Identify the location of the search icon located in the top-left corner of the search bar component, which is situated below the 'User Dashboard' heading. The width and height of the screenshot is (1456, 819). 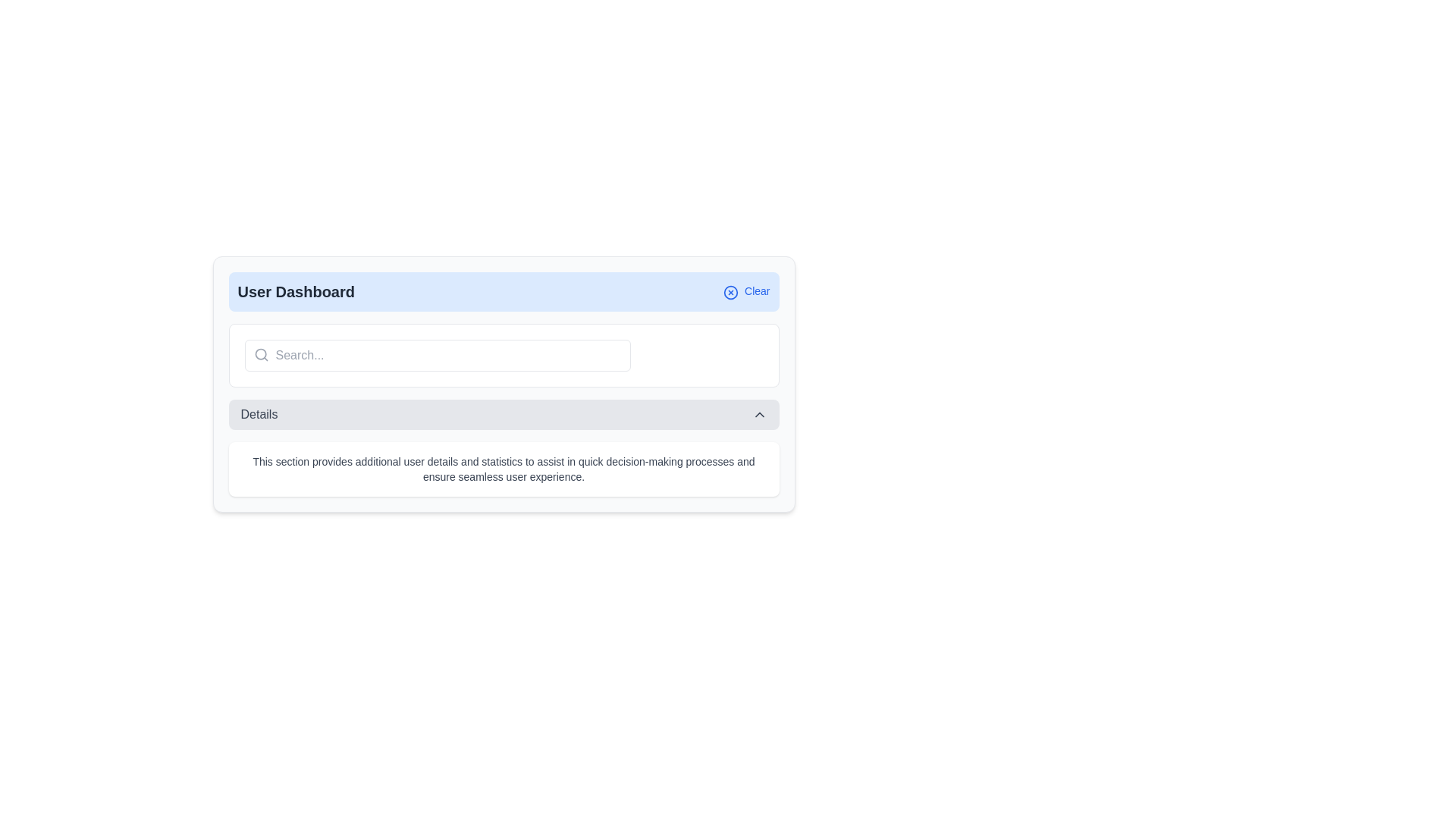
(261, 354).